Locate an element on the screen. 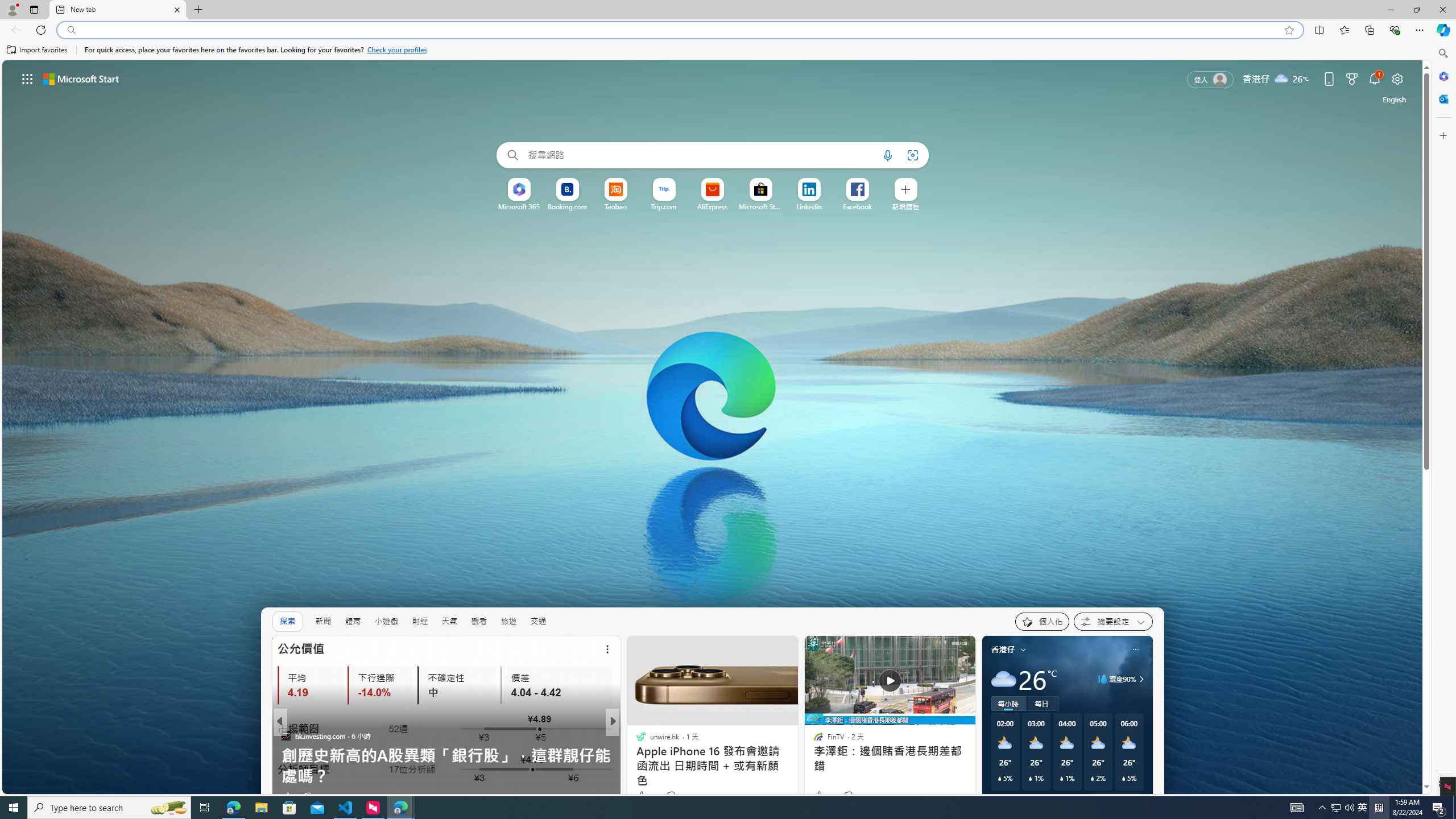  'Side bar' is located at coordinates (1443, 418).